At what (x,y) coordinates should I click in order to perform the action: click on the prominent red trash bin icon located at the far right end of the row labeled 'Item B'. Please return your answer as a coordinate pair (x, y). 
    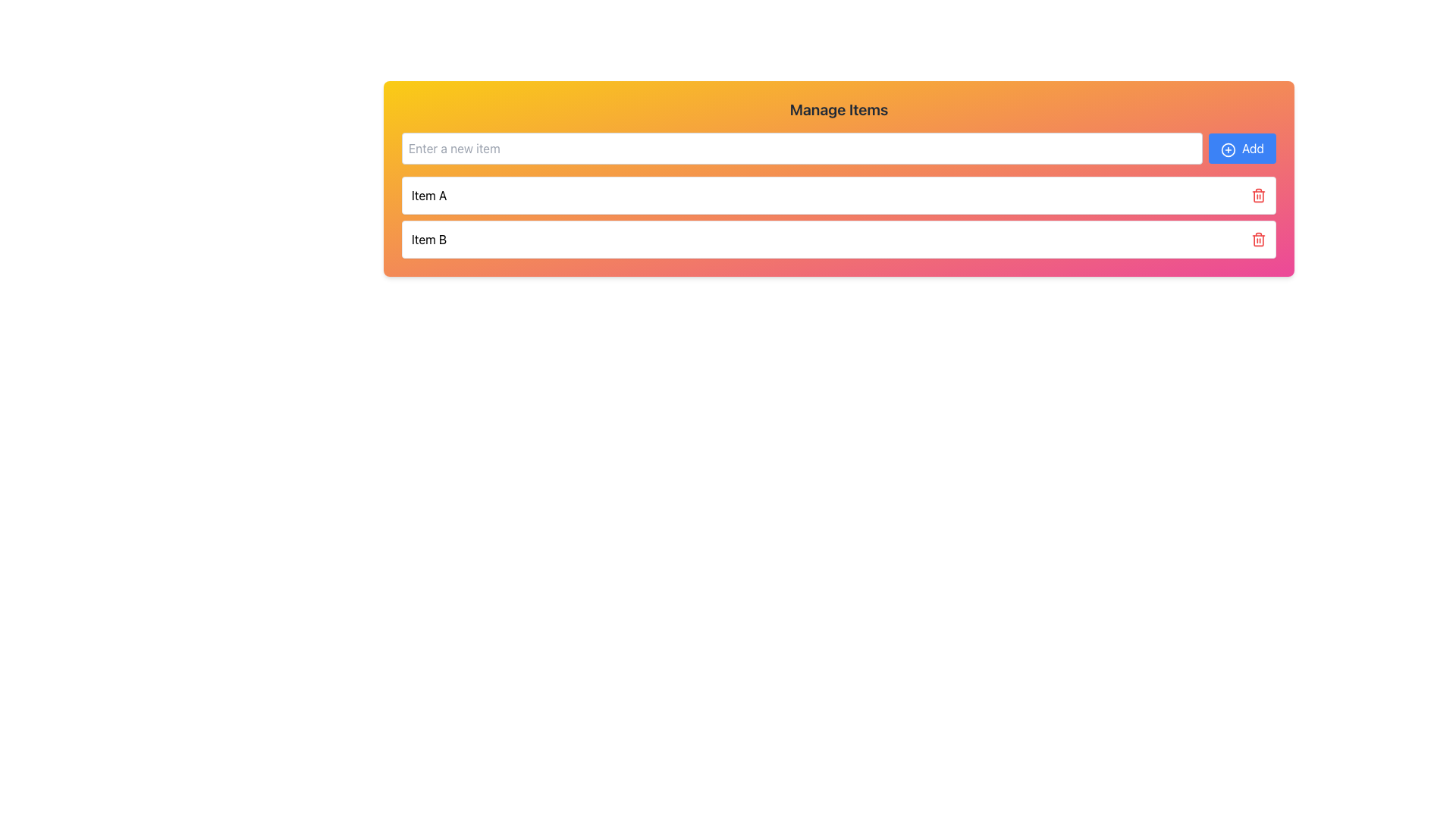
    Looking at the image, I should click on (1259, 239).